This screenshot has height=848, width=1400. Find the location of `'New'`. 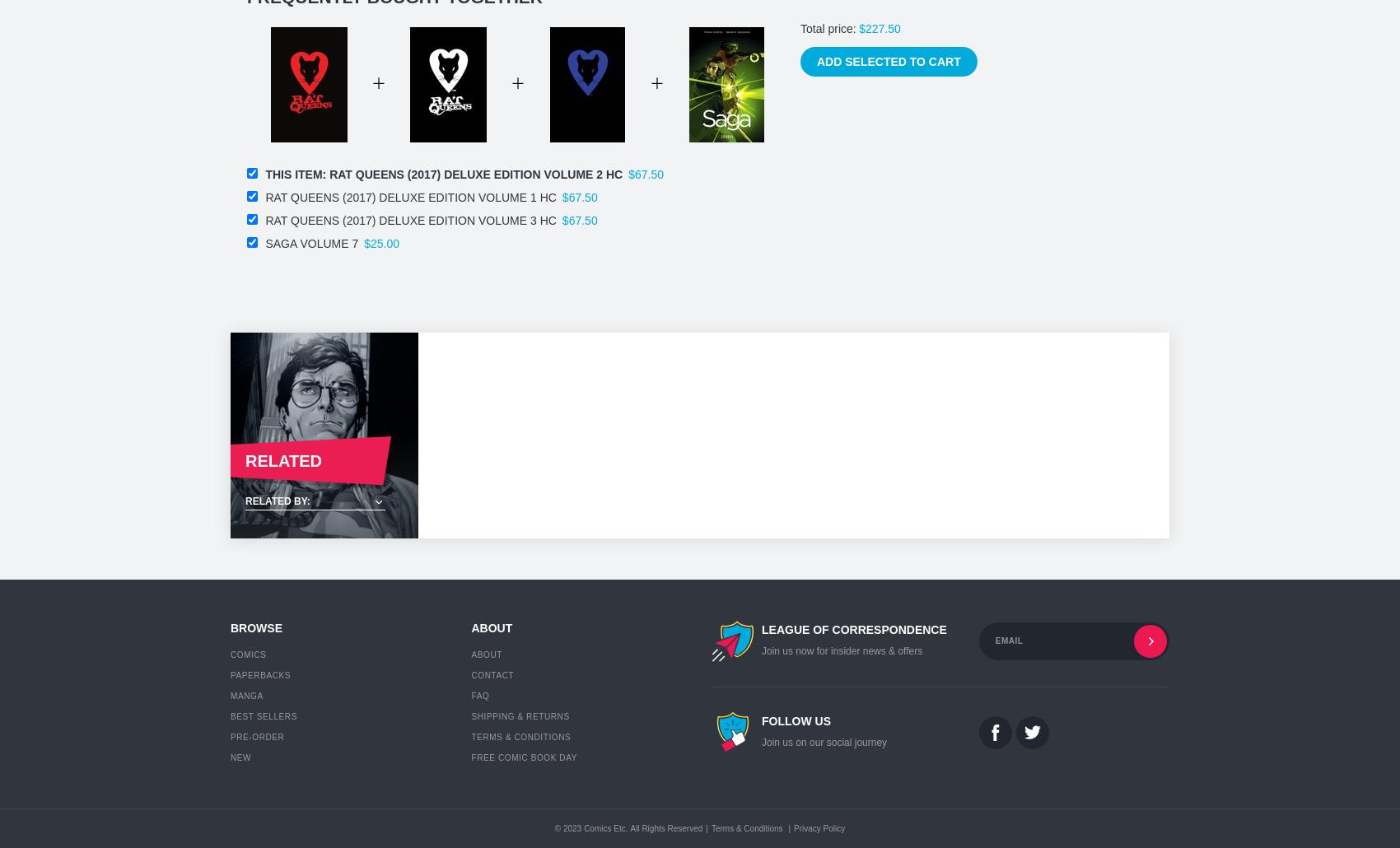

'New' is located at coordinates (240, 757).